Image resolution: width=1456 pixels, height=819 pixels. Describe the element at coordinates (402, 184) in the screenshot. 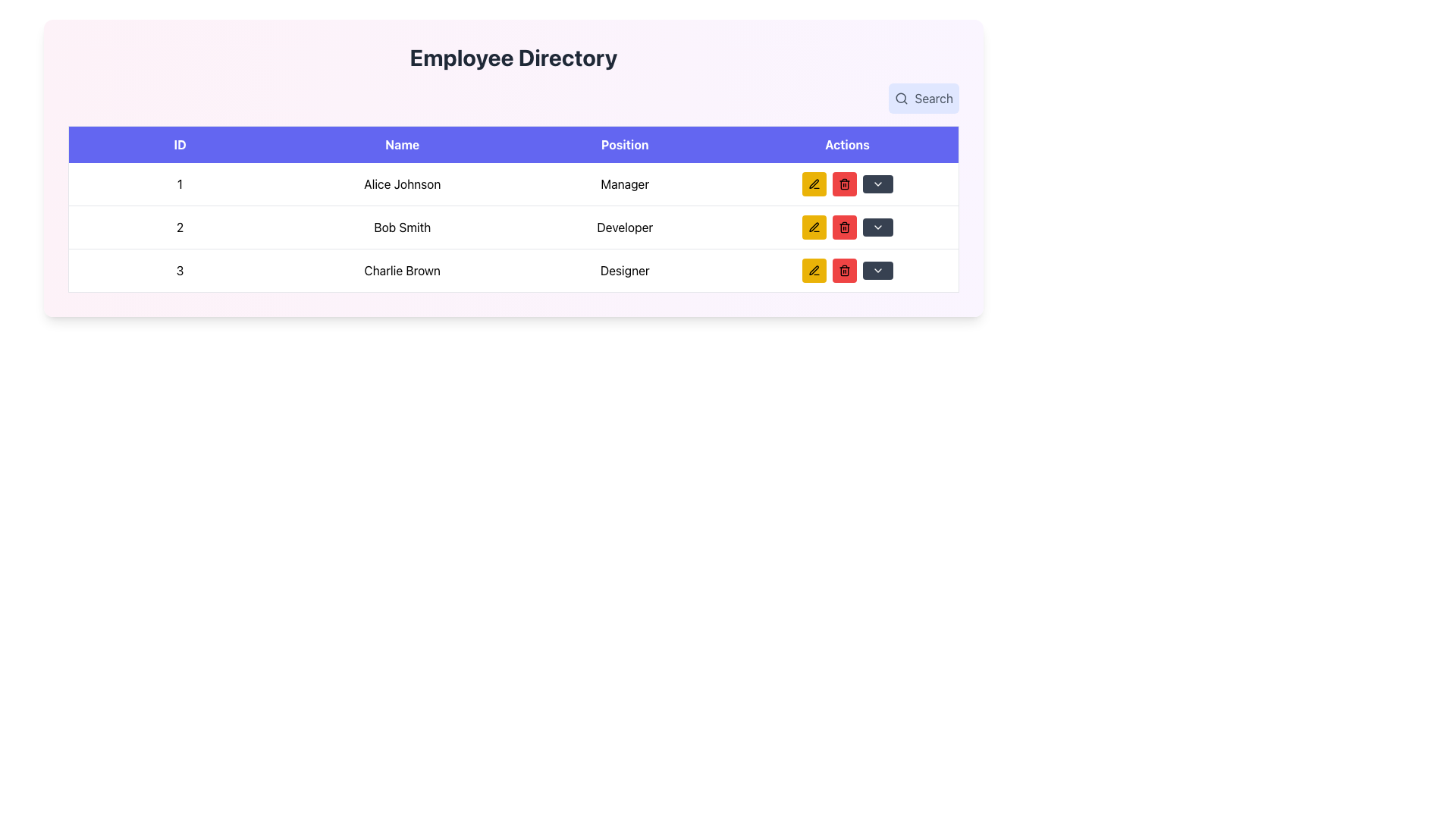

I see `the text label displaying the name 'Alice Johnson', which is located in the second column of the first row in the 'Employee Directory' table, between the 'ID' column and the 'Position' column` at that location.